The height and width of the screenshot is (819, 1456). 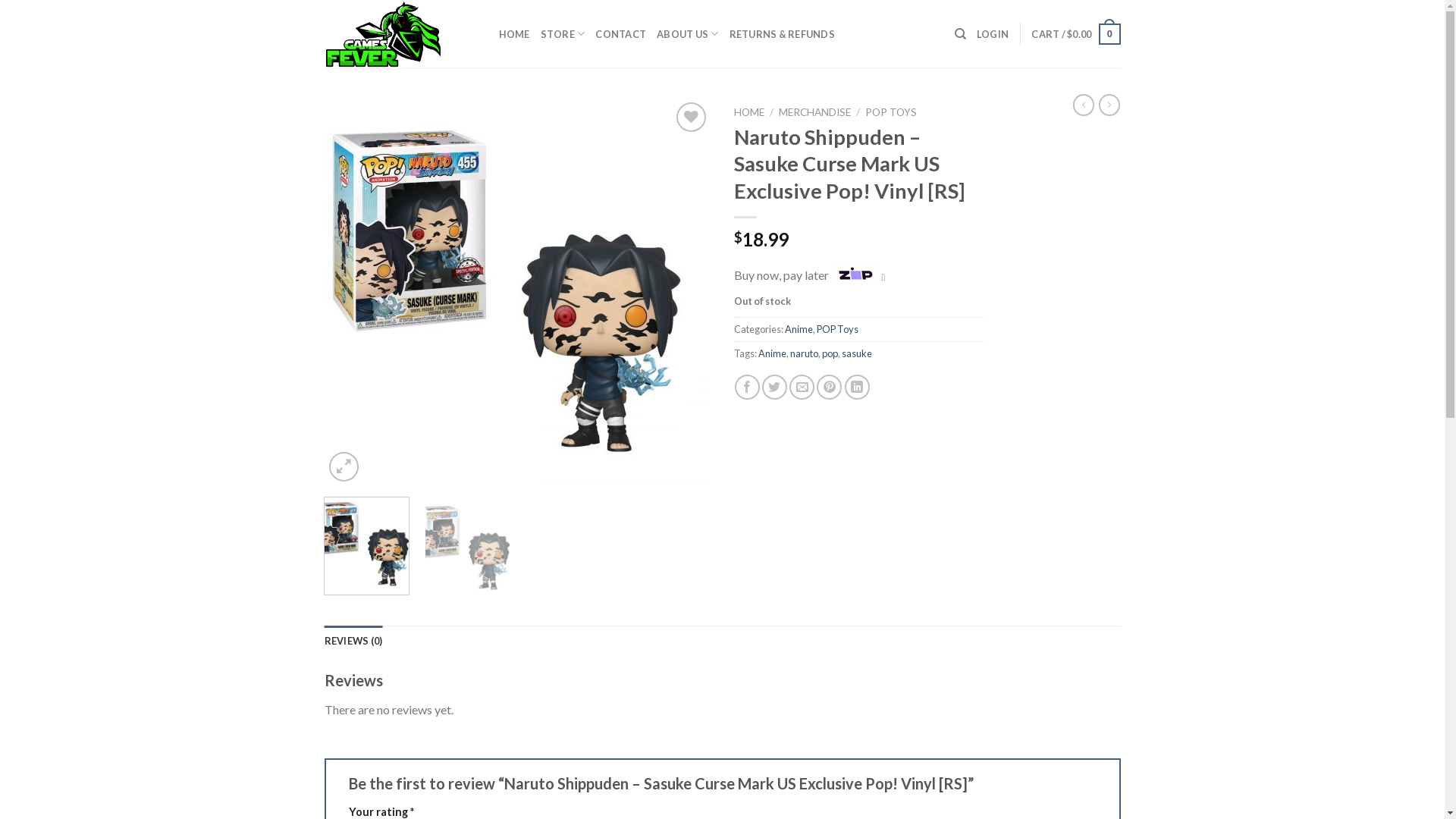 I want to click on 'Email to a Friend', so click(x=801, y=386).